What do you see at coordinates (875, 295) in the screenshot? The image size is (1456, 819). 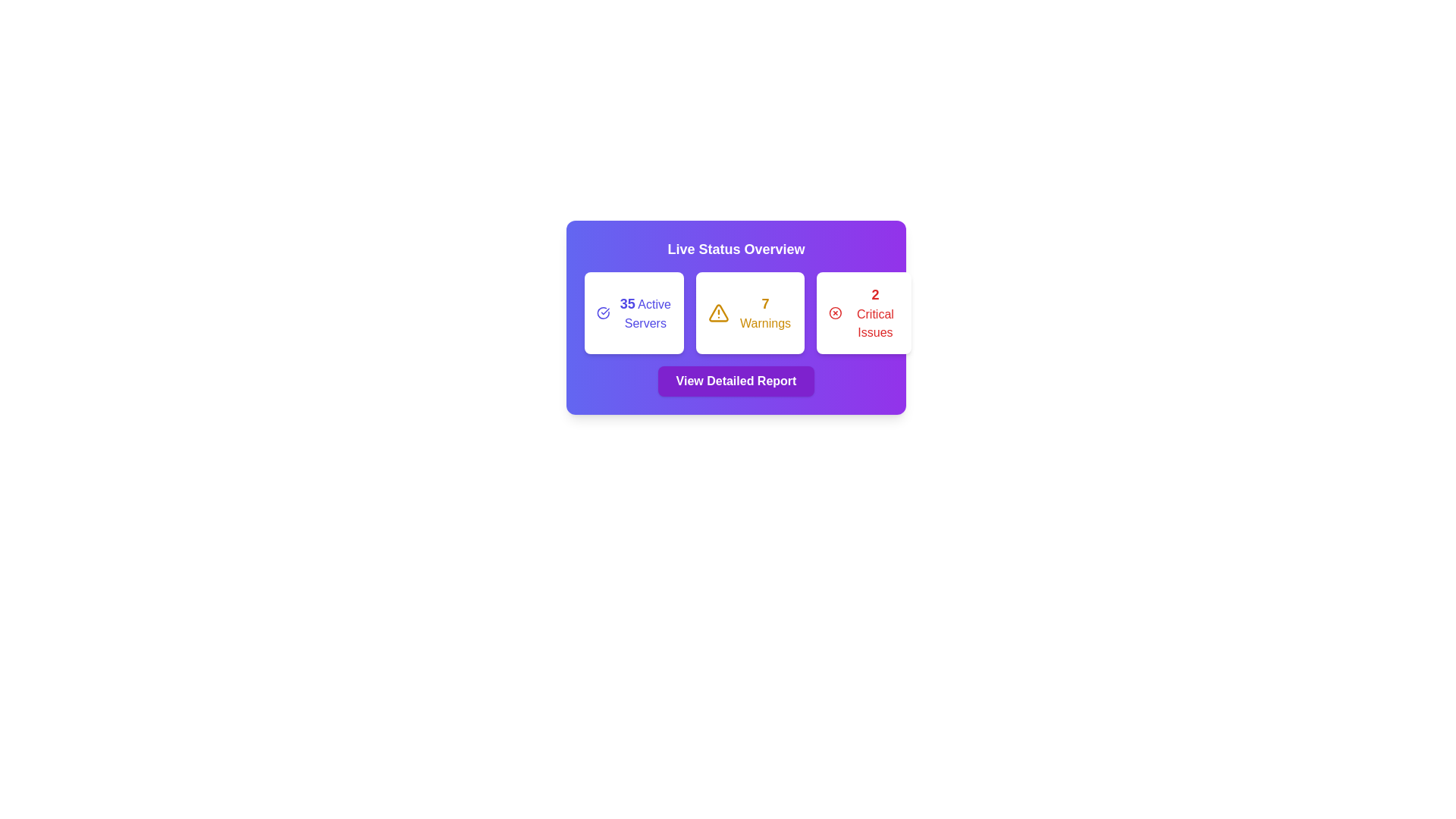 I see `displayed numeral in the 'Critical Issues' box, which shows the count of critical issues detected within the monitored system` at bounding box center [875, 295].